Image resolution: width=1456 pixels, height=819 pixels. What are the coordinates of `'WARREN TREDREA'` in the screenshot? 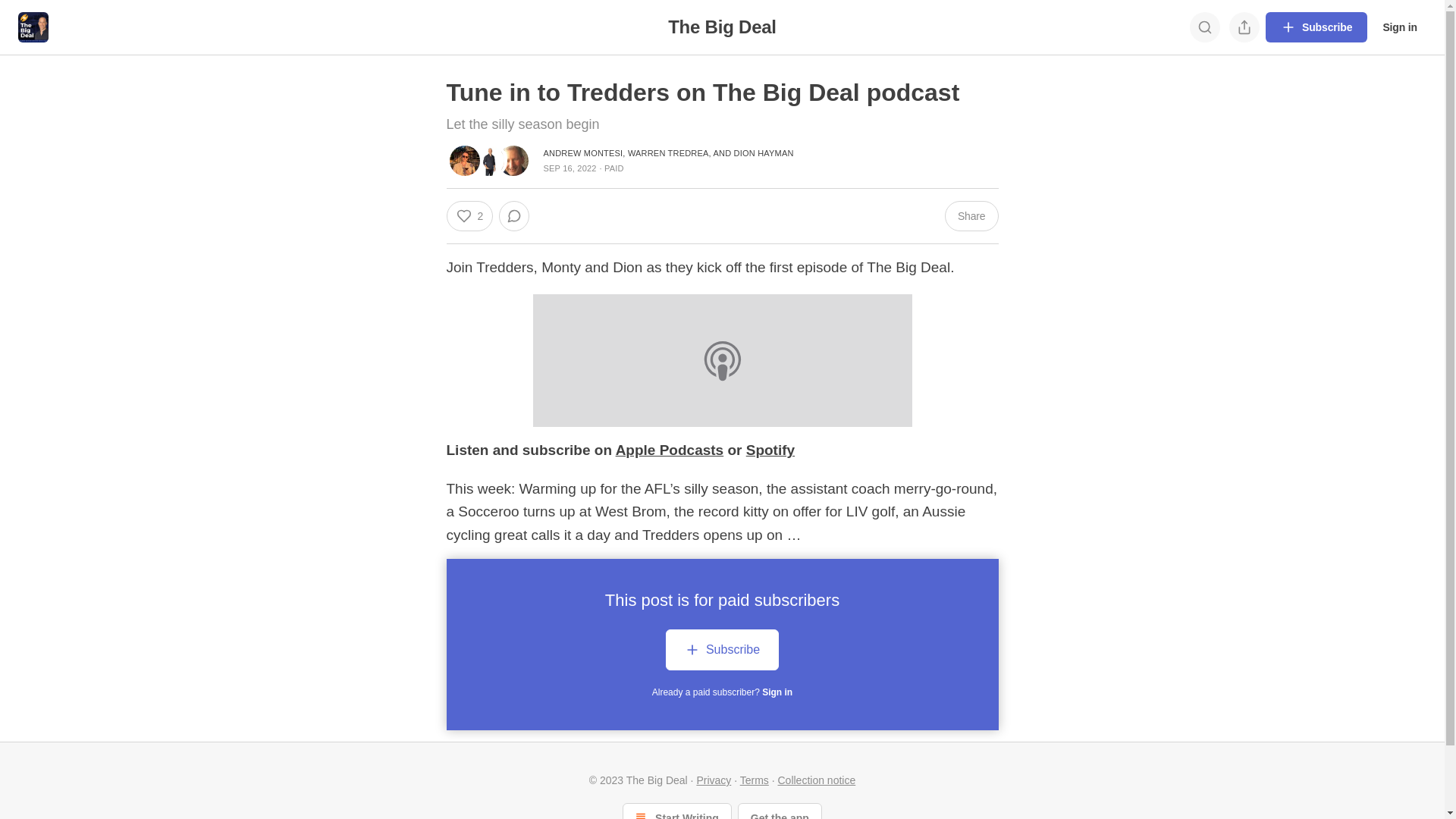 It's located at (628, 152).